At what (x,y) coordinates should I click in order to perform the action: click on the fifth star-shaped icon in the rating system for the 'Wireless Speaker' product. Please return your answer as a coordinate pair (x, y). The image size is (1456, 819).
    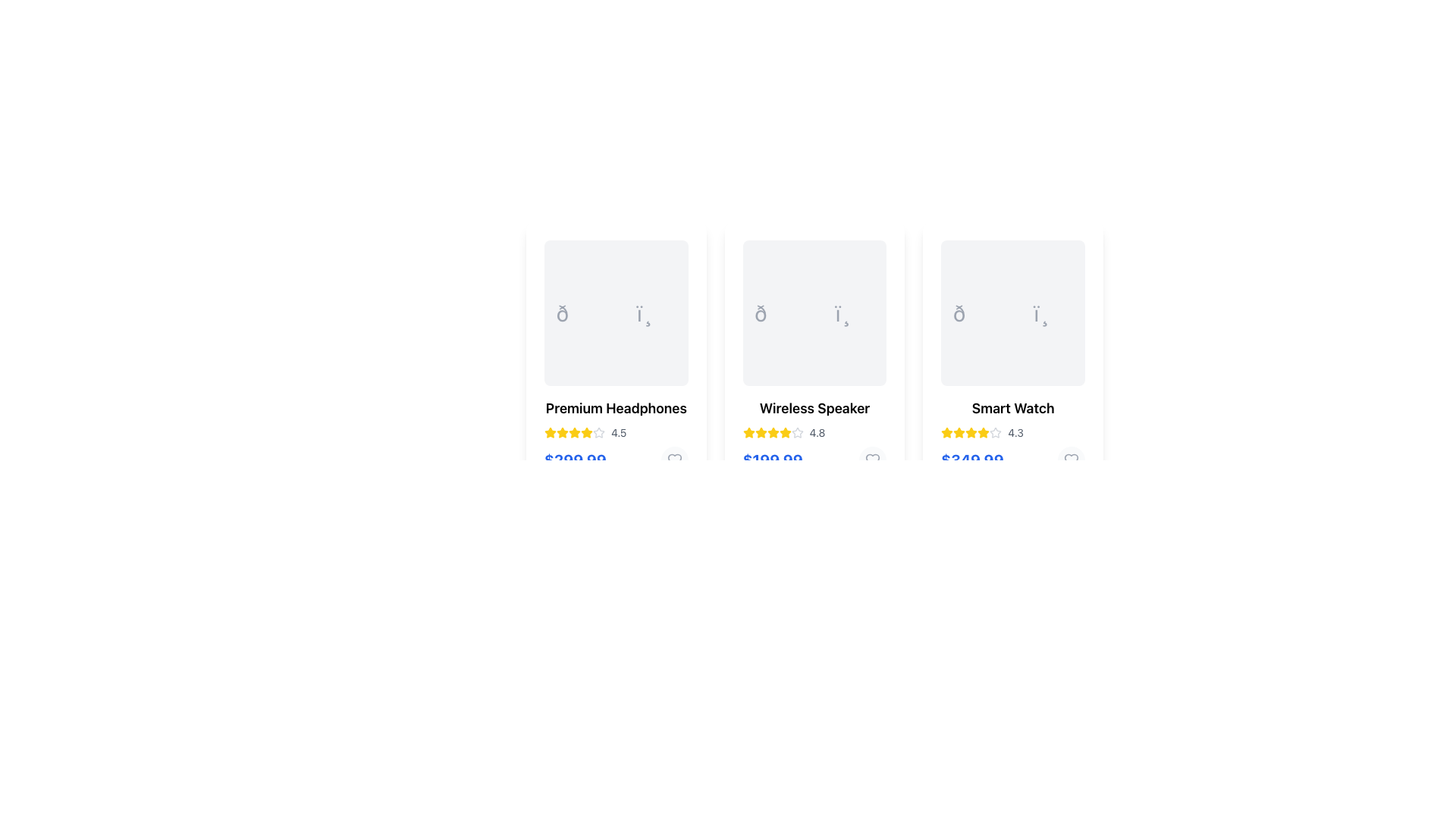
    Looking at the image, I should click on (796, 432).